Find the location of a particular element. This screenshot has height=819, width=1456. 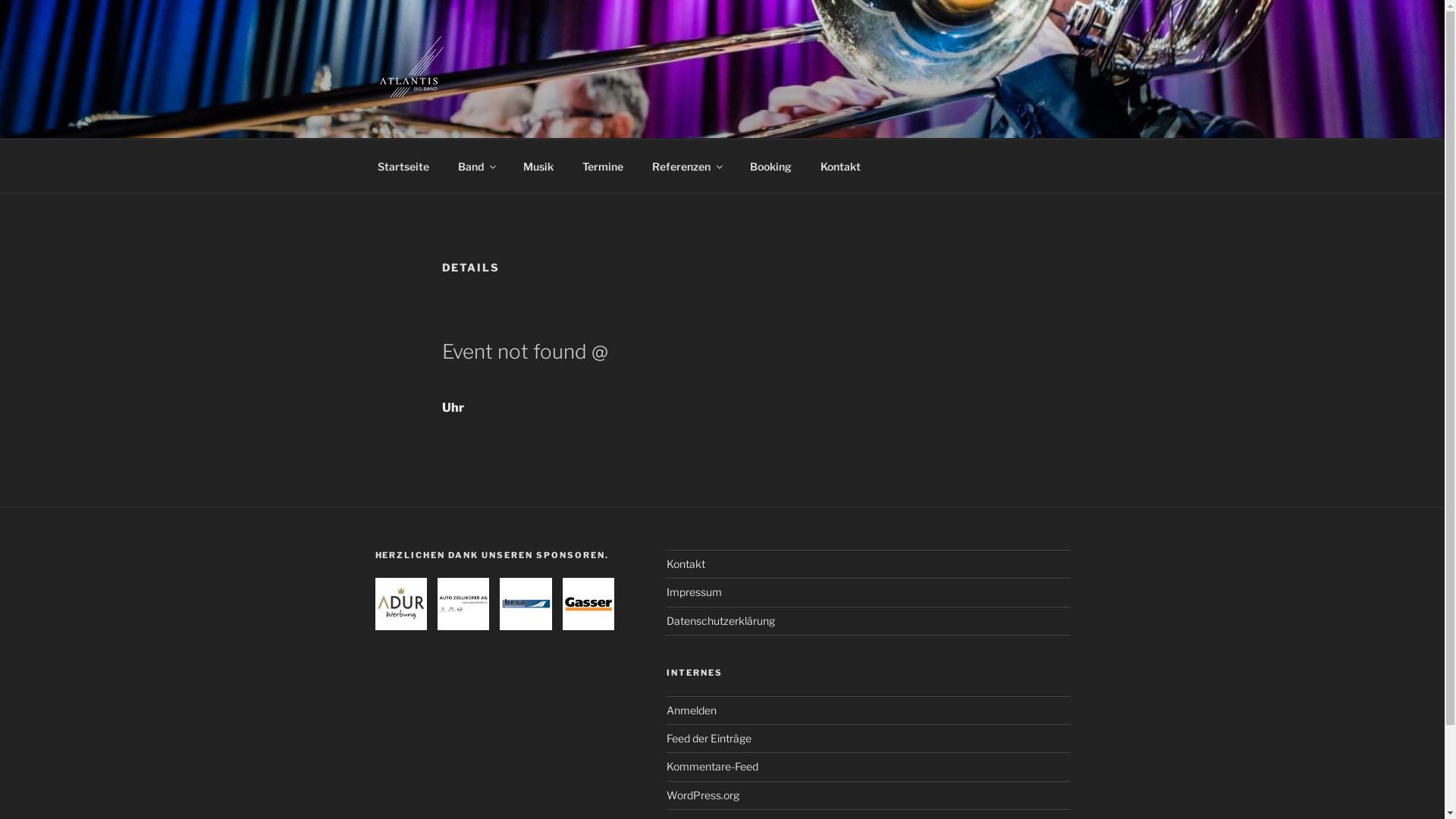

'WordPress.org' is located at coordinates (701, 794).